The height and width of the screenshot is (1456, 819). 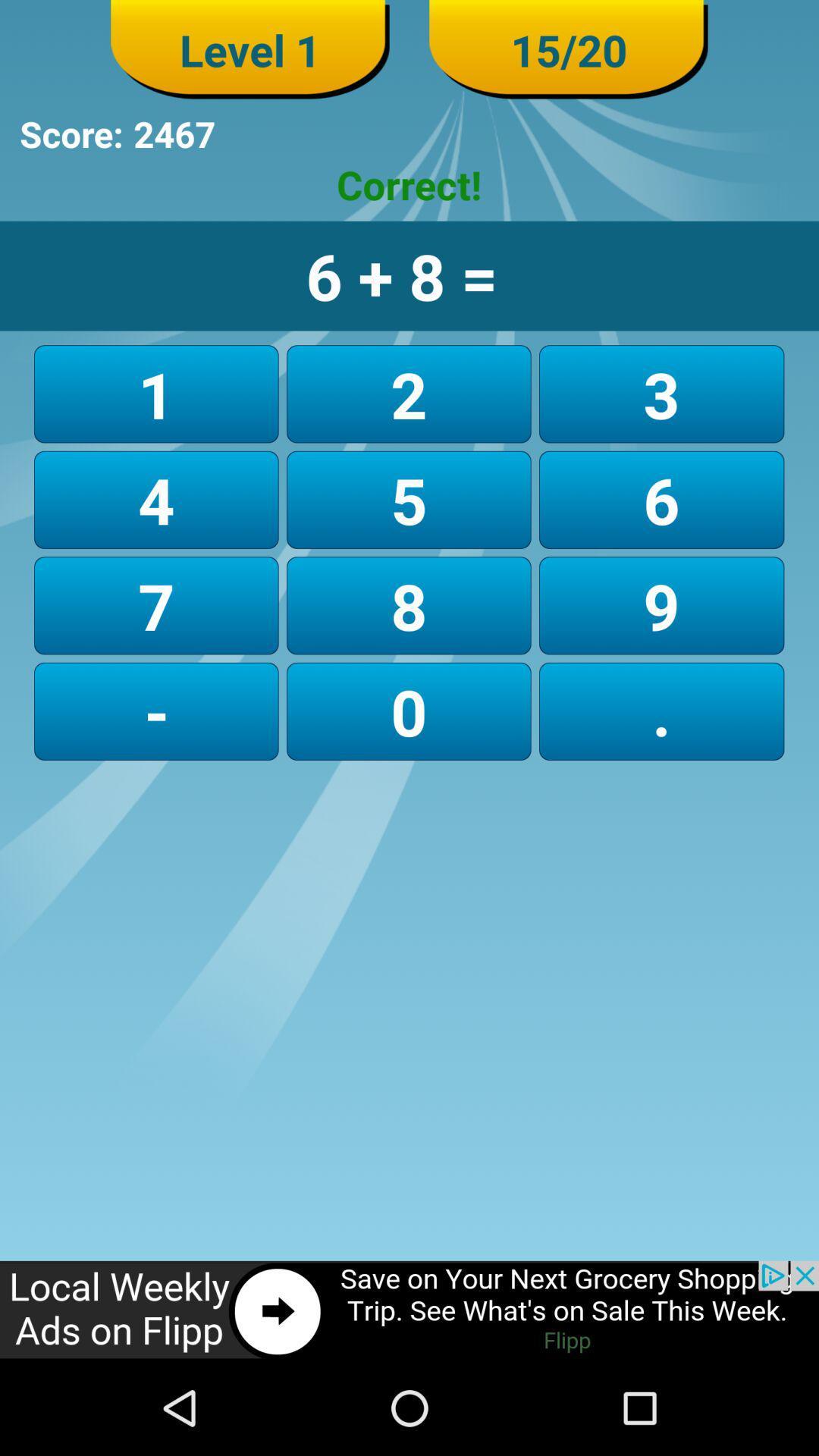 What do you see at coordinates (661, 711) in the screenshot?
I see `last option in last row` at bounding box center [661, 711].